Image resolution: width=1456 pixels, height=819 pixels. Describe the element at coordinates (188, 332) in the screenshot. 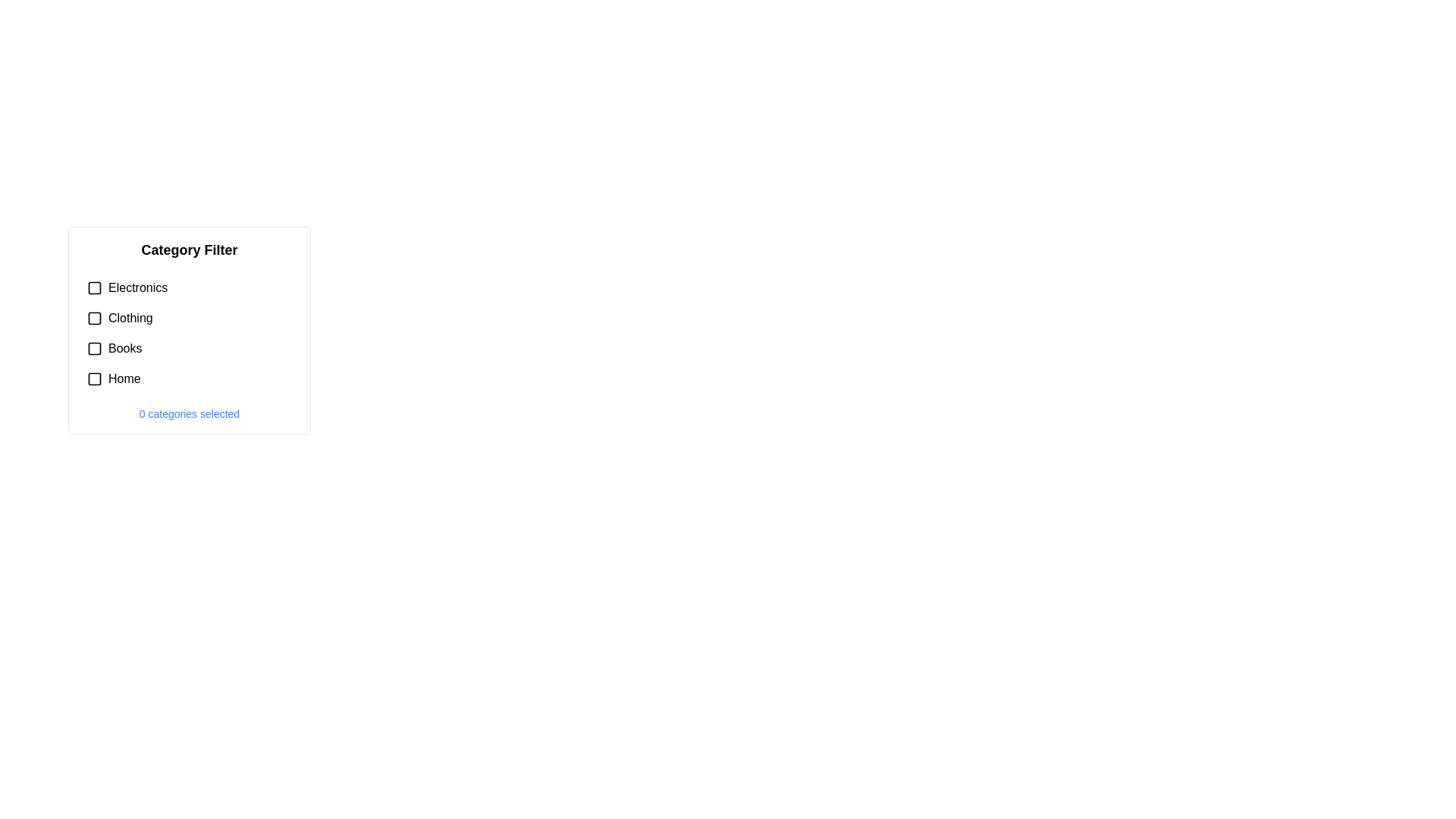

I see `the checkbox in the Checkbox group associated with the 'Electronics', 'Clothing', 'Books', and 'Home' options` at that location.